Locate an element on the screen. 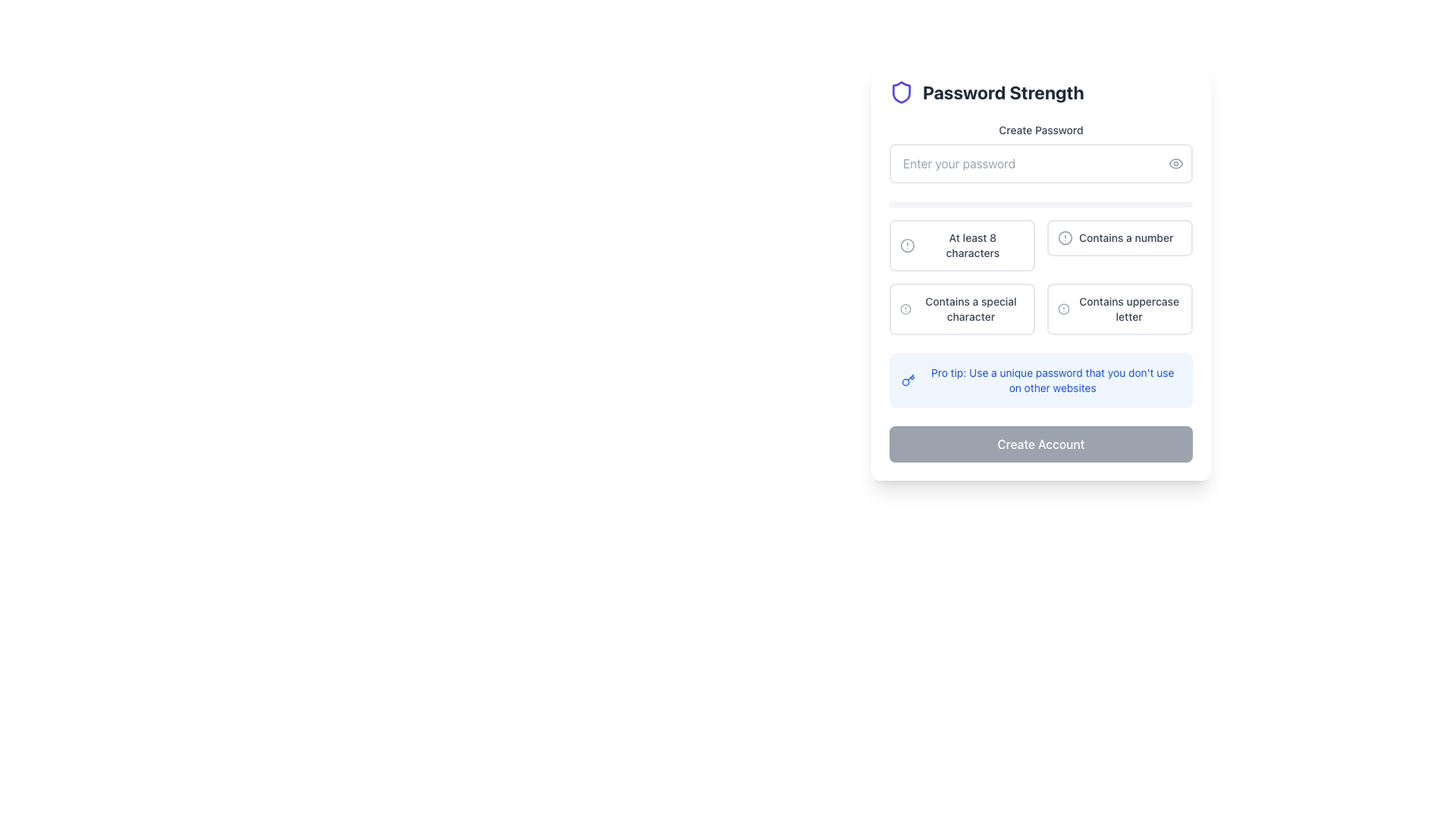 The width and height of the screenshot is (1456, 819). the icon representing 'Password Strength' located at the top-left corner of the form section, which symbolizes security or safety is located at coordinates (902, 93).